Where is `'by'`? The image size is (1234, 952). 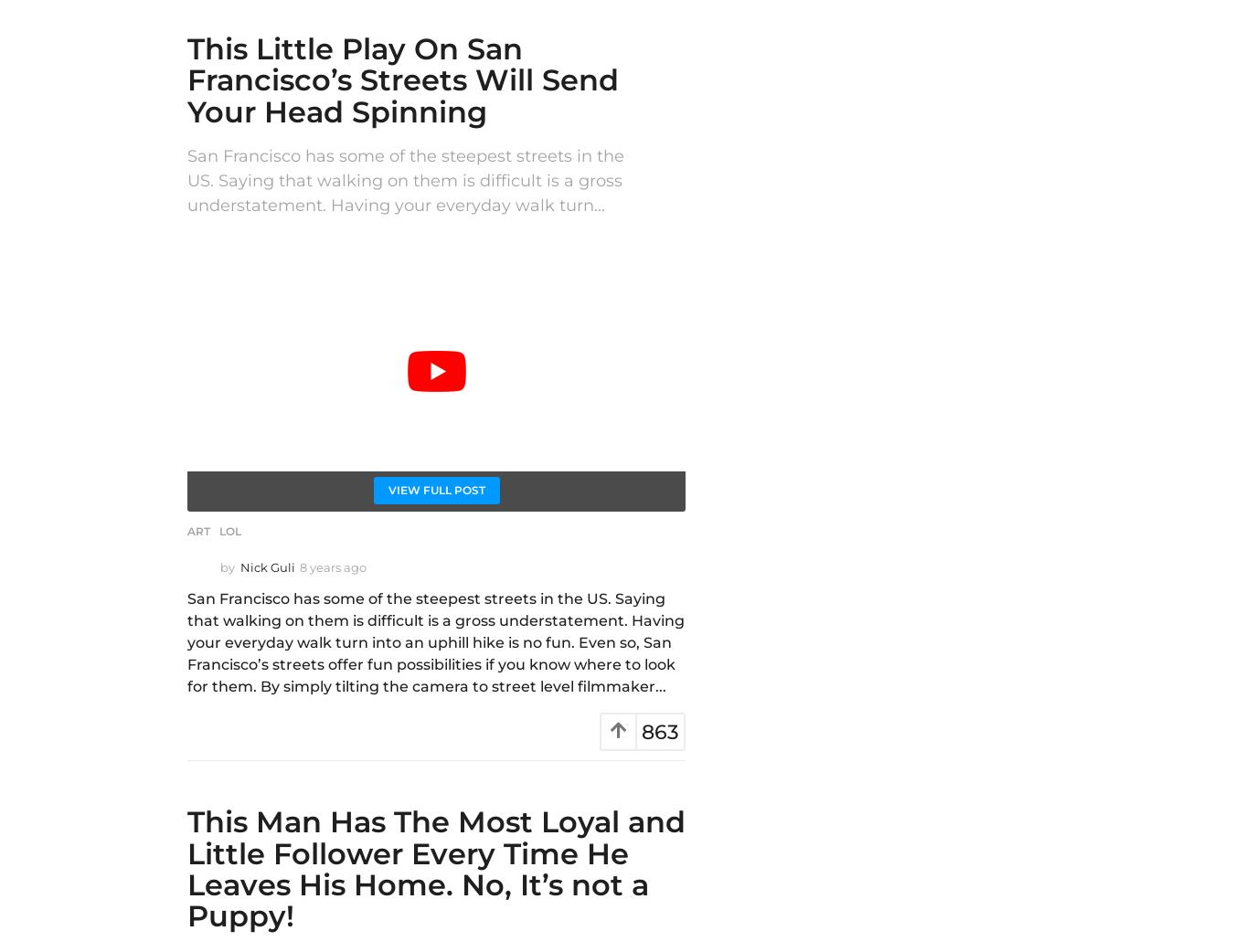 'by' is located at coordinates (226, 567).